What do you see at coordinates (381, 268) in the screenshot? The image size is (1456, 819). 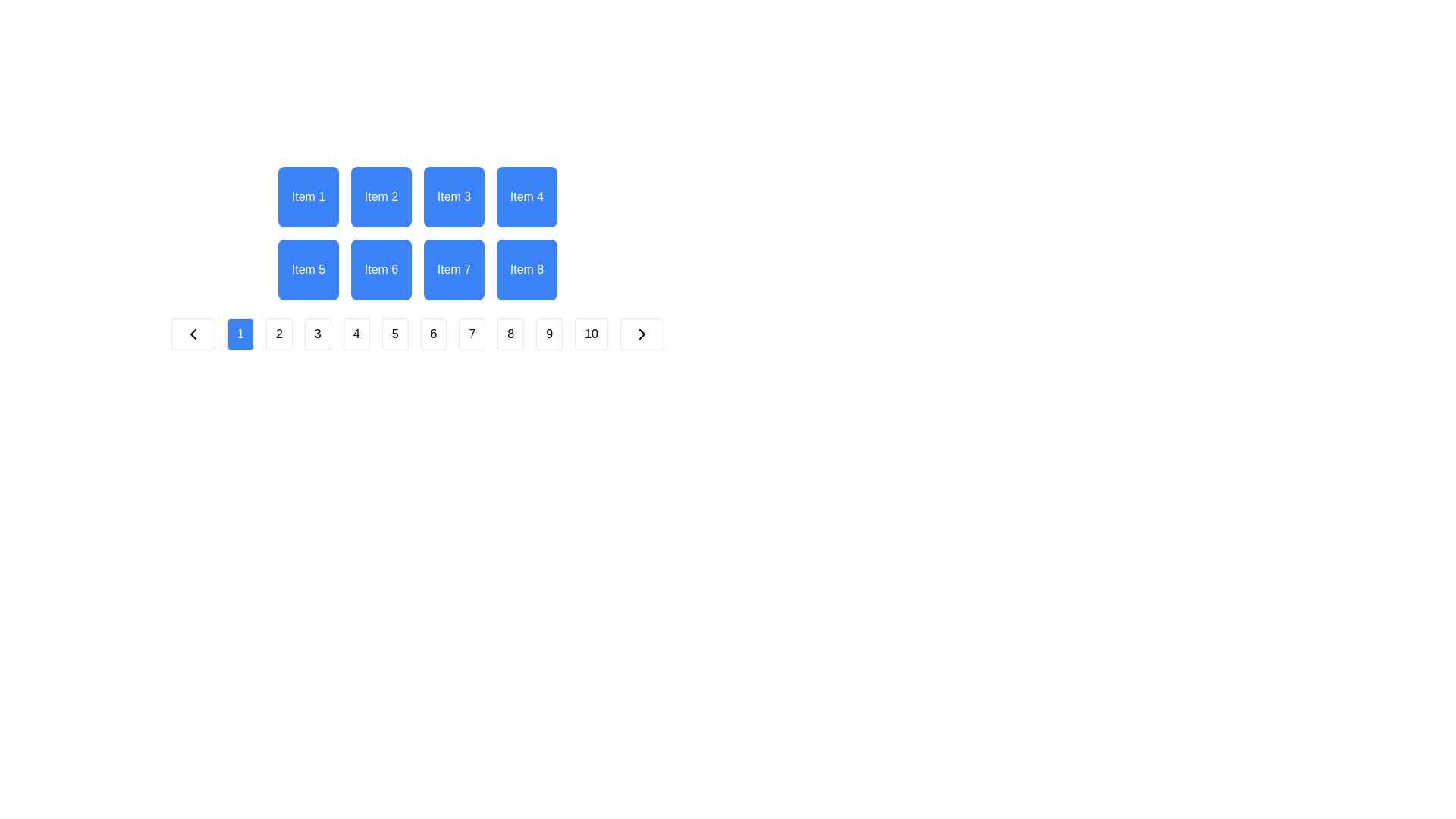 I see `the blue square button with rounded corners labeled 'Item 6', which is the second item in the second row of a 4-column grid layout` at bounding box center [381, 268].